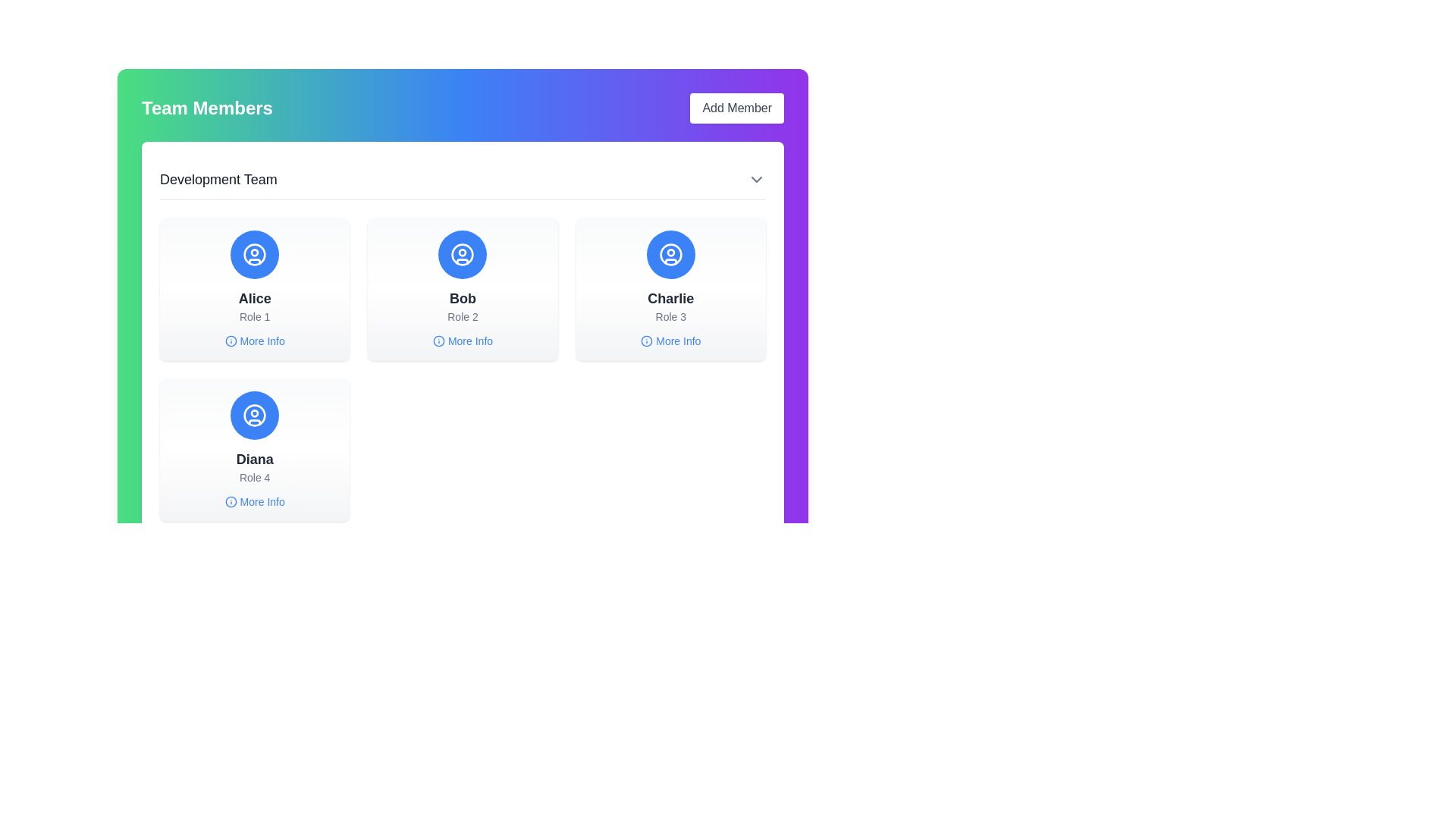 This screenshot has width=1456, height=819. I want to click on the 'More Info' text link within the 'Charlie' user card, so click(670, 341).